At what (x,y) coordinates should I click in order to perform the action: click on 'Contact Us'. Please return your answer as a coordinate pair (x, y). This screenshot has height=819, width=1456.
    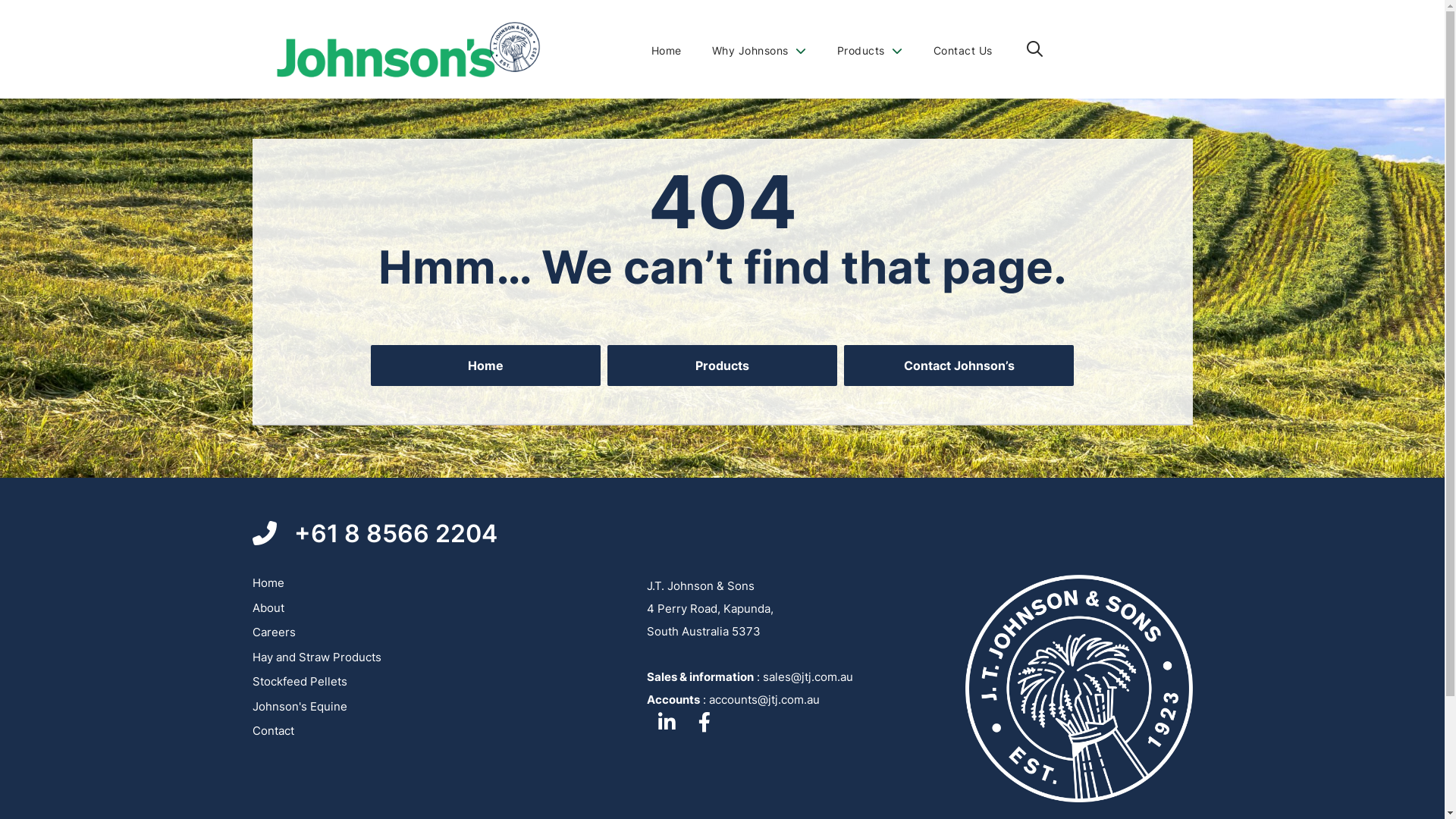
    Looking at the image, I should click on (961, 49).